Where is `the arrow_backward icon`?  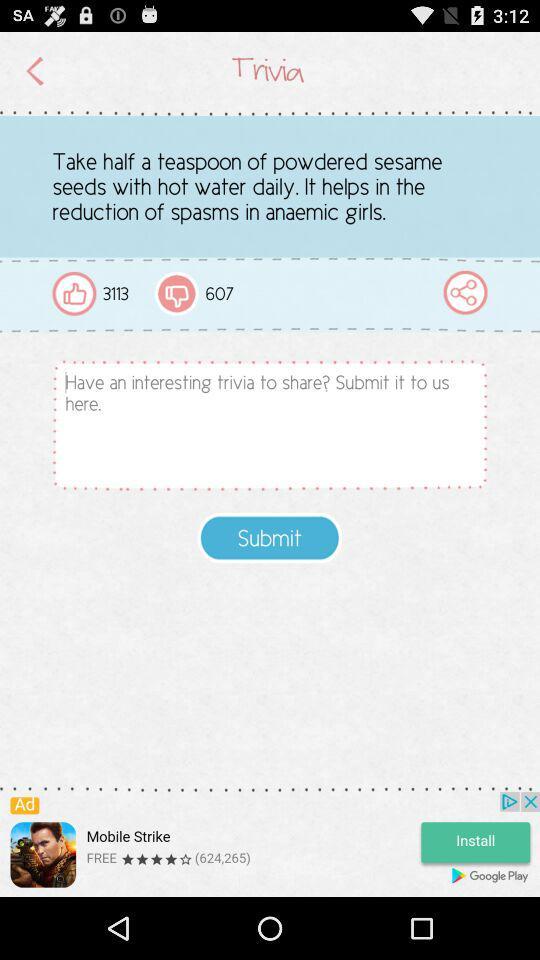
the arrow_backward icon is located at coordinates (35, 75).